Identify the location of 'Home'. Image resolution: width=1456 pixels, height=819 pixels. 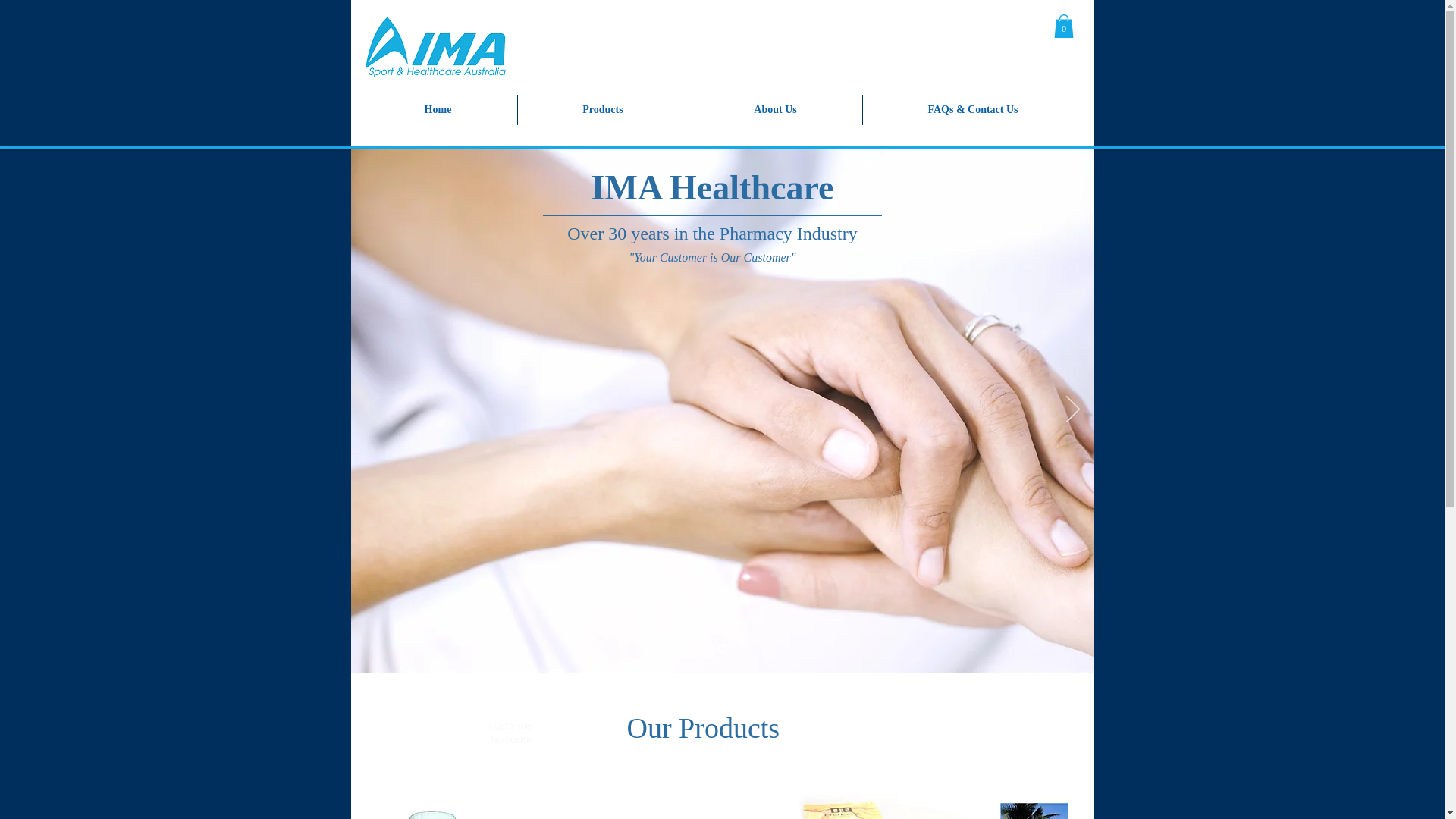
(437, 109).